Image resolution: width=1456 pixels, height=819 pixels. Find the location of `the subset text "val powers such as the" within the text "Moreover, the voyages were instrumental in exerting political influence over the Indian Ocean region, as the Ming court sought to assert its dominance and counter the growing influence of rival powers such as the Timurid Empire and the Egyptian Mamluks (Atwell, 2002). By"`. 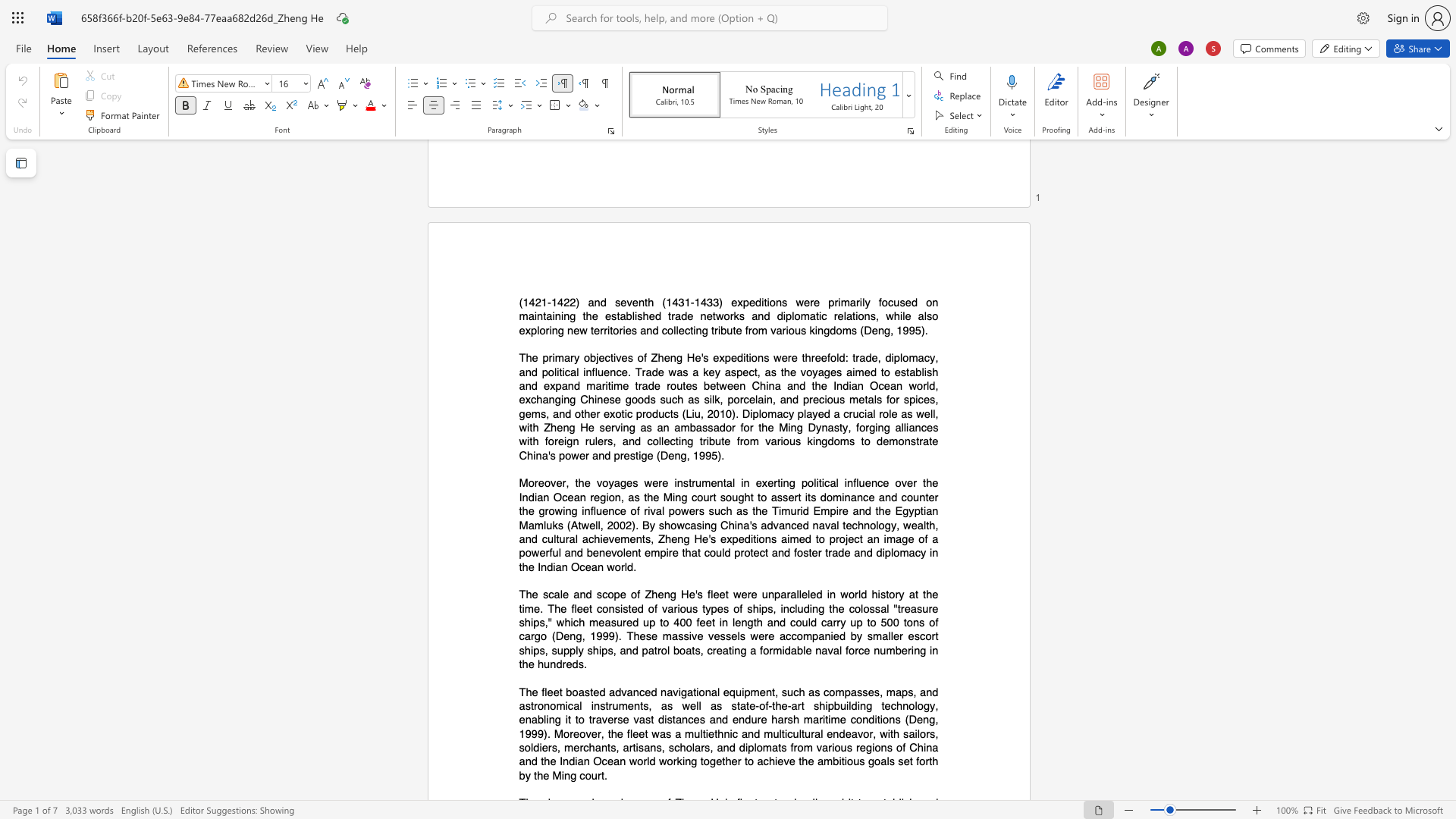

the subset text "val powers such as the" within the text "Moreover, the voyages were instrumental in exerting political influence over the Indian Ocean region, as the Ming court sought to assert its dominance and counter the growing influence of rival powers such as the Timurid Empire and the Egyptian Mamluks (Atwell, 2002). By" is located at coordinates (650, 511).